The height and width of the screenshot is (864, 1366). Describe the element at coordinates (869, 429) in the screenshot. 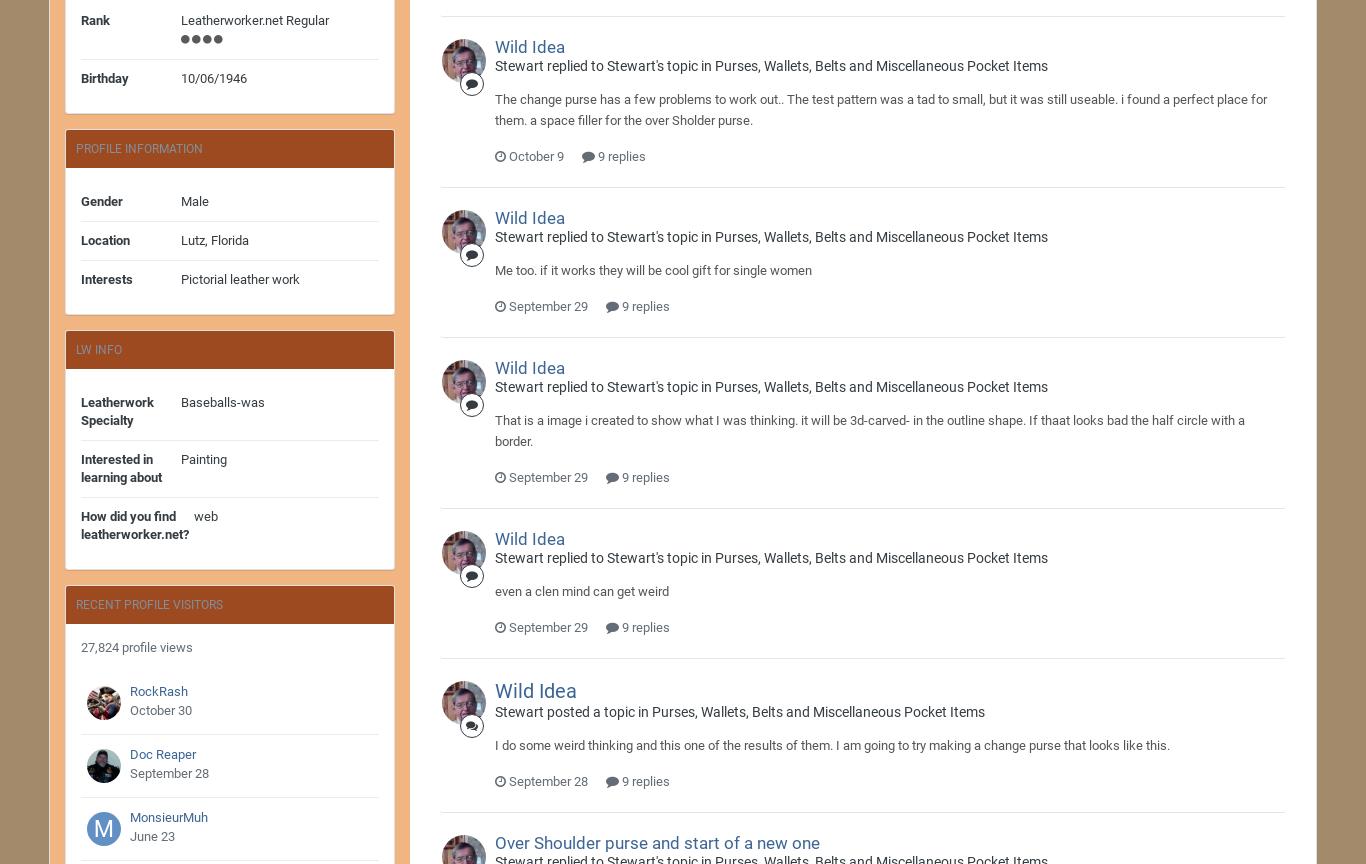

I see `'That is a image i created to show what I was thinking.
 


	it will be 3d-carved- in the outline shape.
 


	If thaat looks bad the half circle with a border.'` at that location.